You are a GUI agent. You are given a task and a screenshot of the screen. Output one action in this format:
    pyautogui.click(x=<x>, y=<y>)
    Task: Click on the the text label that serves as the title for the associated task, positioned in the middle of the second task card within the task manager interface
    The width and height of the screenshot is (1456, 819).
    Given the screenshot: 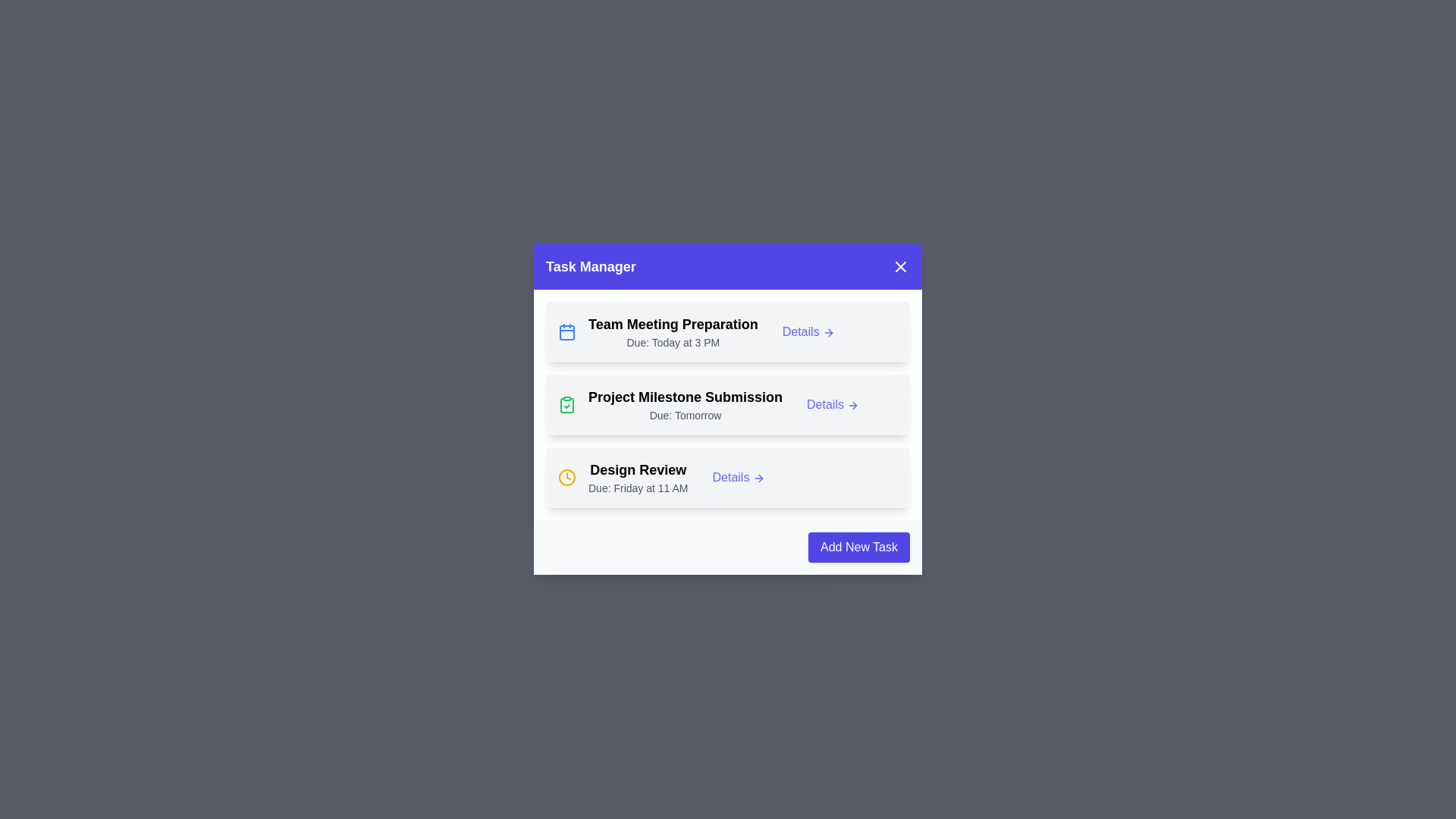 What is the action you would take?
    pyautogui.click(x=684, y=397)
    